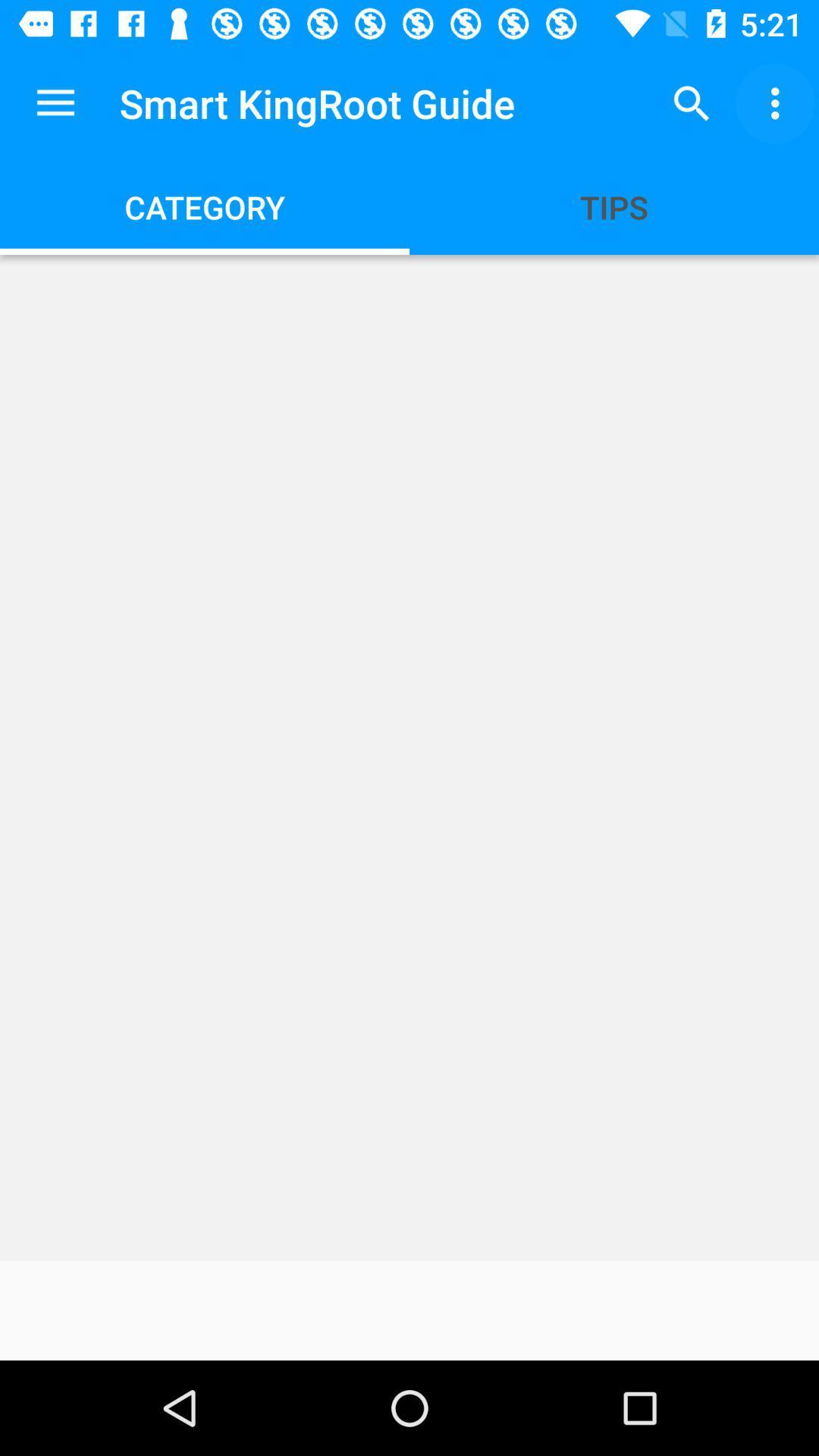  What do you see at coordinates (691, 102) in the screenshot?
I see `the app to the right of smart kingroot guide app` at bounding box center [691, 102].